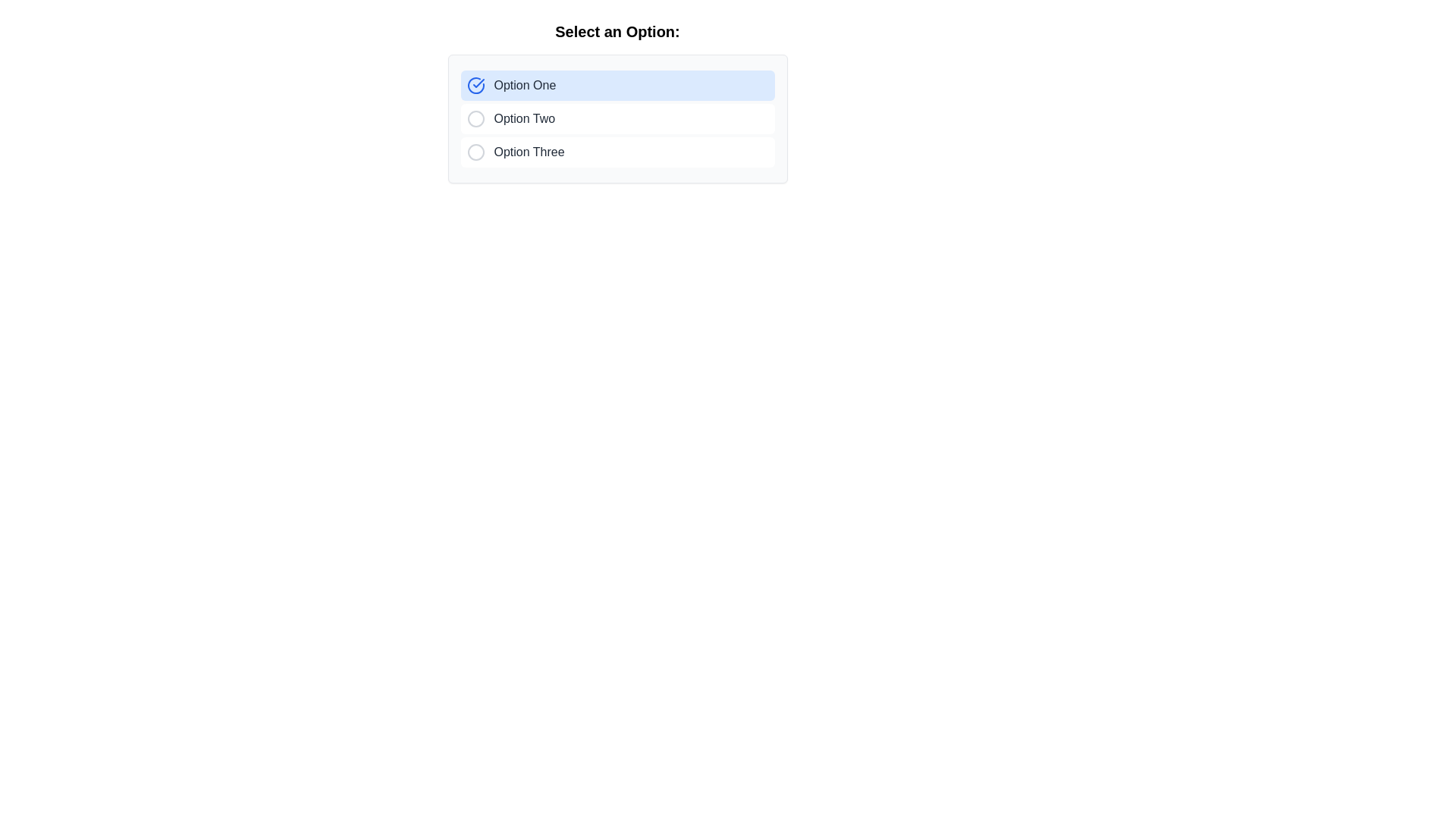 This screenshot has height=819, width=1456. Describe the element at coordinates (475, 152) in the screenshot. I see `the state of the Radio Button Indicator associated with the label 'Option Three', which is a circular SVG element with a gray stroke located in the third option's radio button group` at that location.